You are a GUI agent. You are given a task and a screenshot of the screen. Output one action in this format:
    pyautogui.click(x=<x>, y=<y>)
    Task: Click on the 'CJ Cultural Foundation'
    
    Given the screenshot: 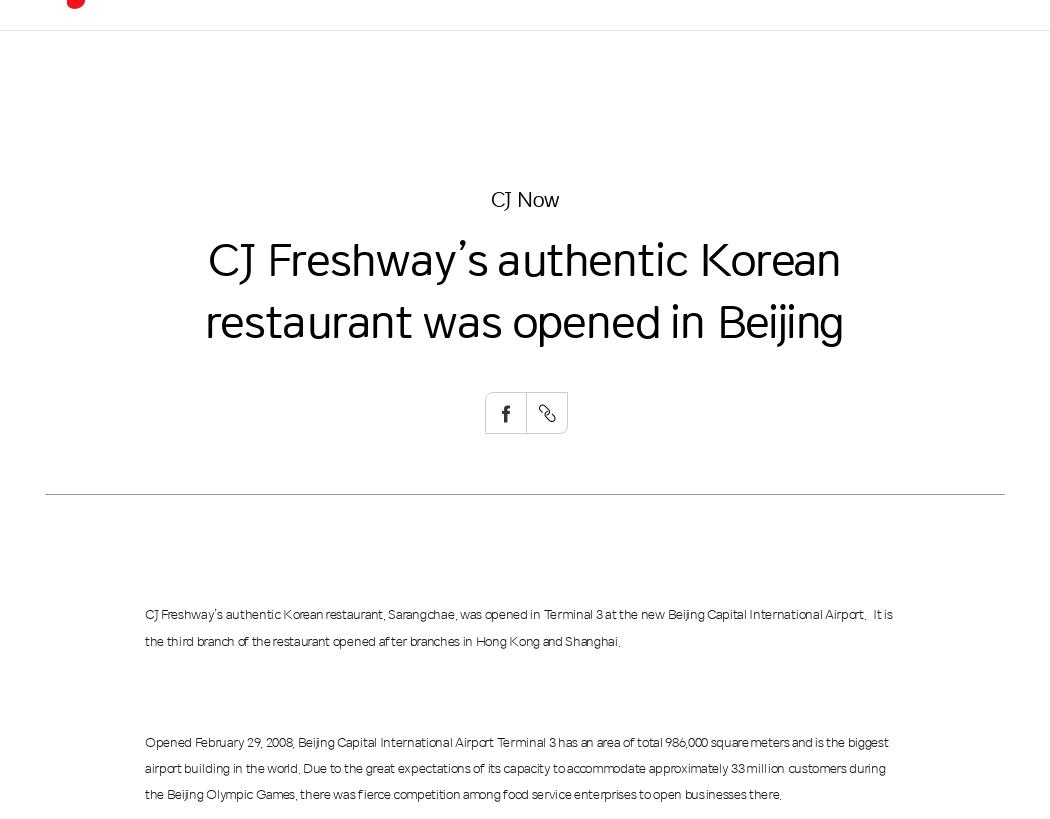 What is the action you would take?
    pyautogui.click(x=562, y=310)
    